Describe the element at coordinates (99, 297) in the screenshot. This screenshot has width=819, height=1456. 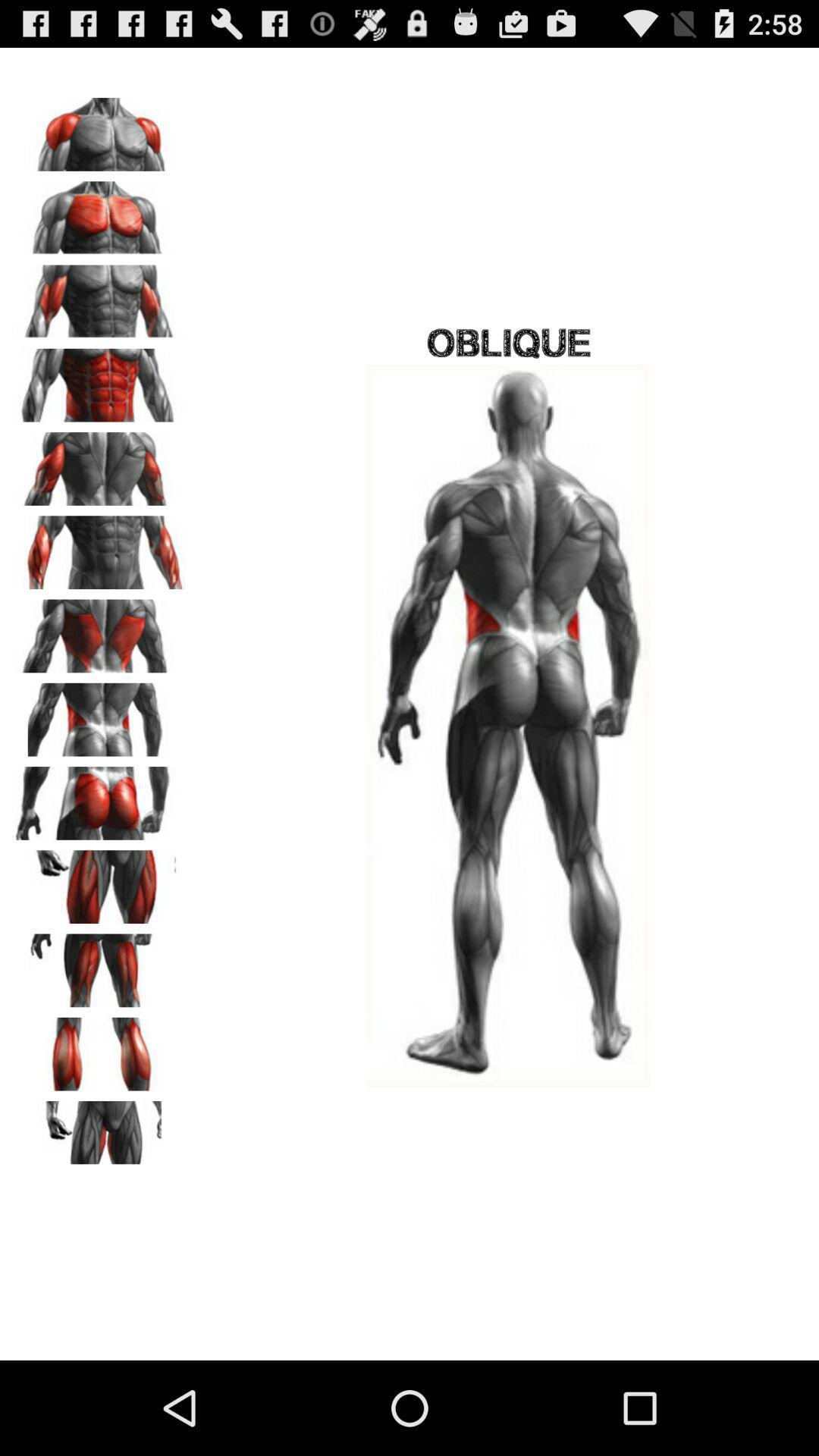
I see `choose body part biceps` at that location.